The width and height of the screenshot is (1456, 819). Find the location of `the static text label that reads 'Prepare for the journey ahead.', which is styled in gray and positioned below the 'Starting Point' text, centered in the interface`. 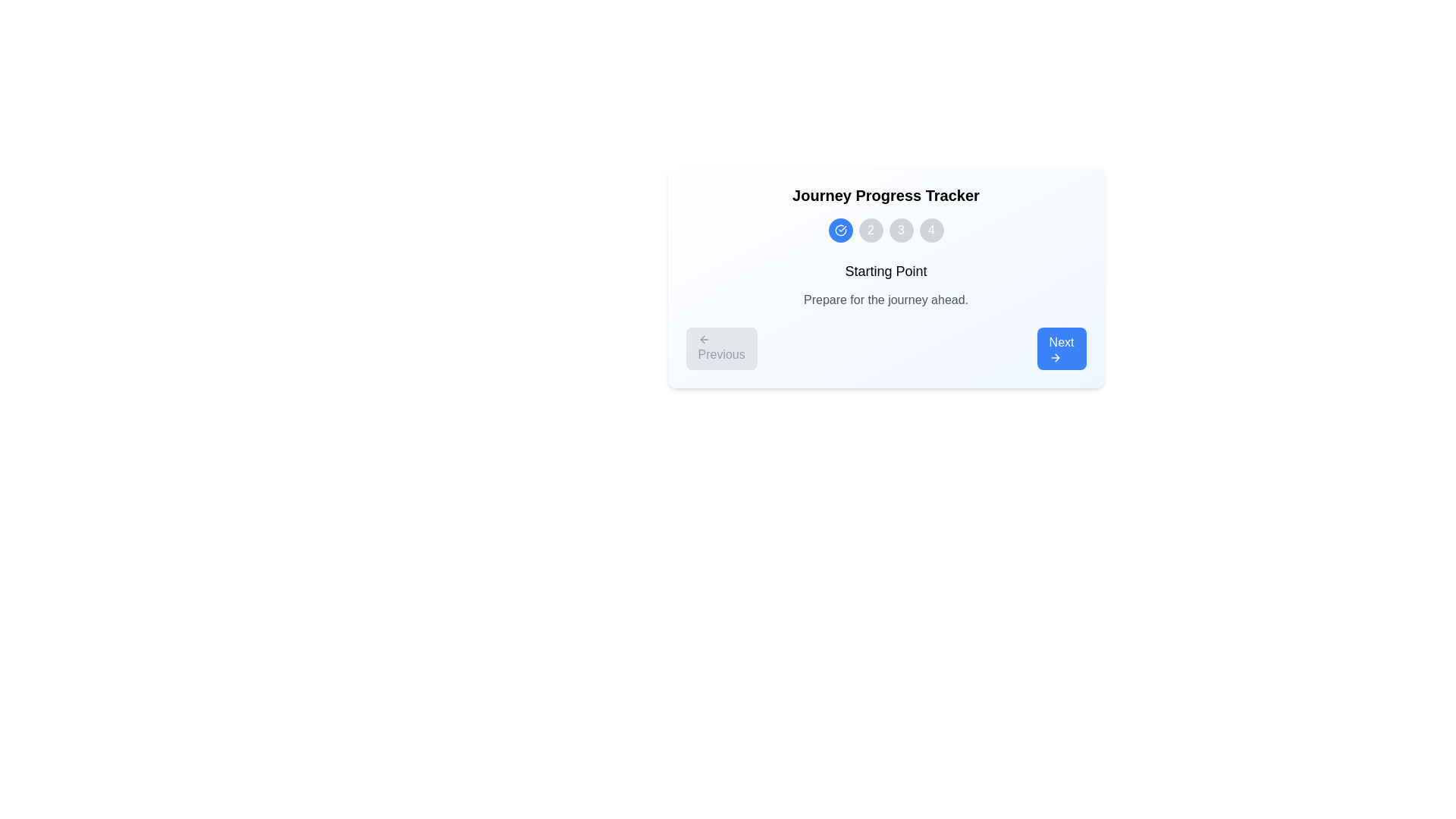

the static text label that reads 'Prepare for the journey ahead.', which is styled in gray and positioned below the 'Starting Point' text, centered in the interface is located at coordinates (886, 300).